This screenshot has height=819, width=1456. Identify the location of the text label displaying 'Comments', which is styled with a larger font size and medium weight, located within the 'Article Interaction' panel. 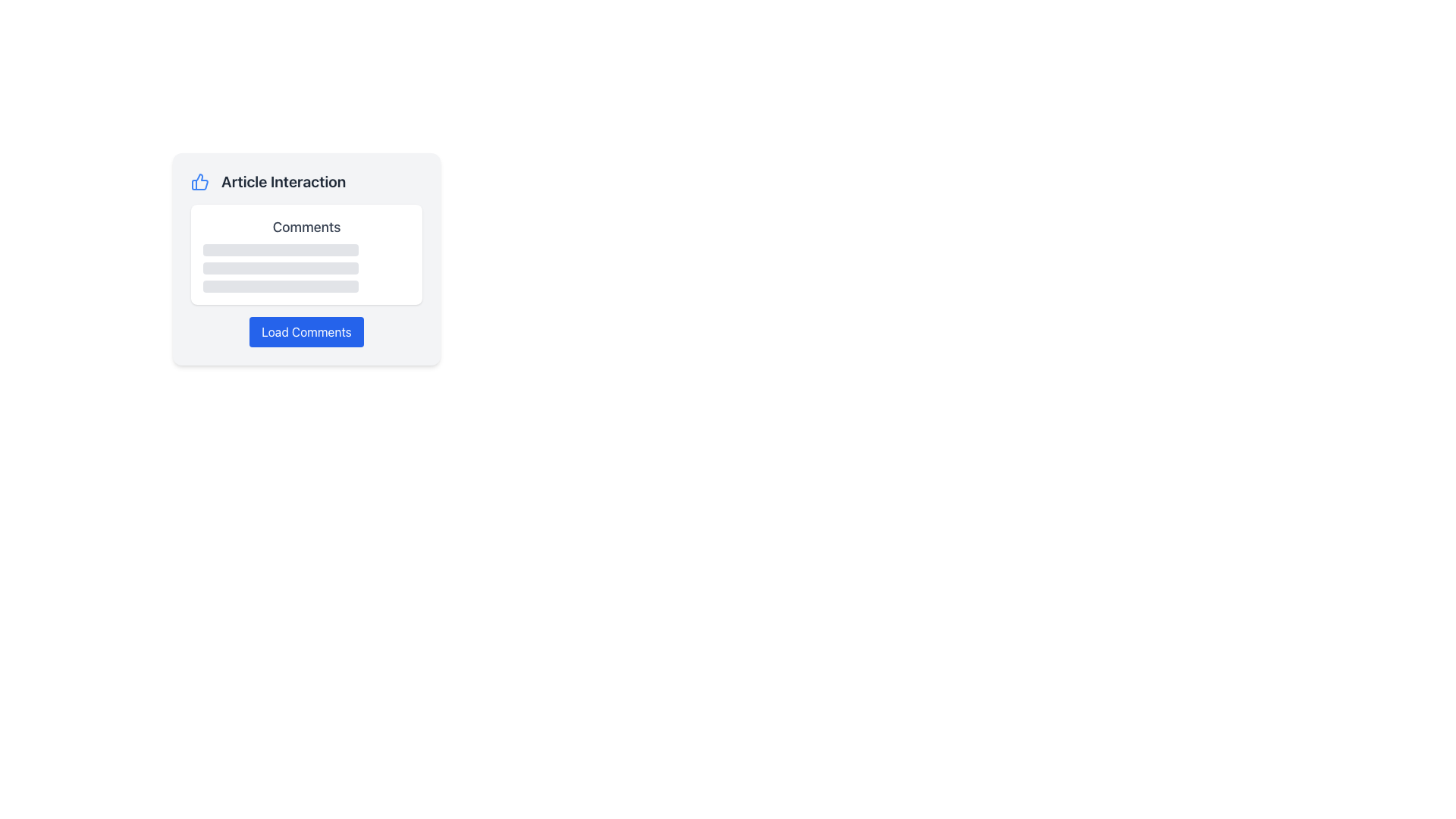
(306, 227).